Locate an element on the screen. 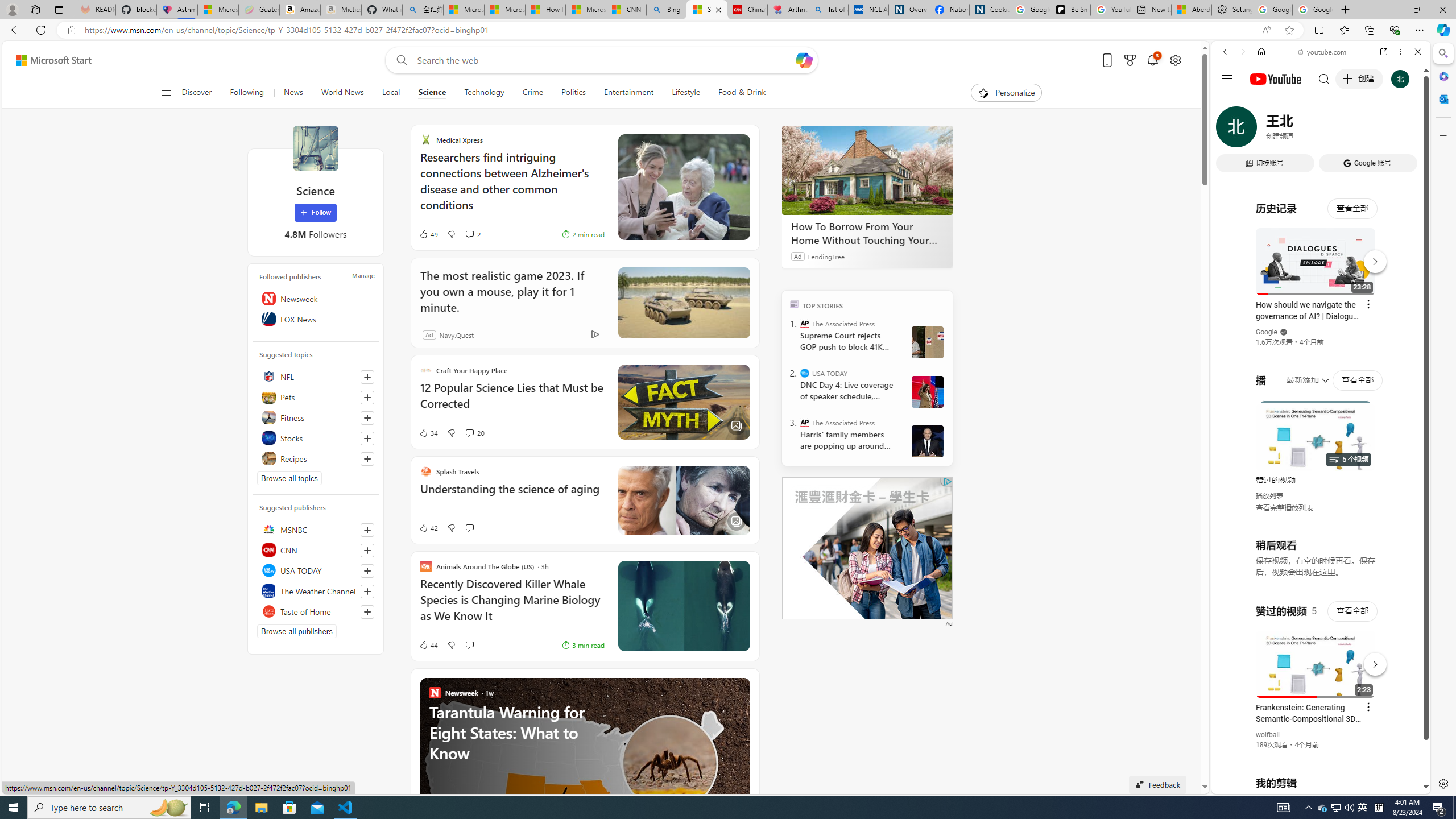 The image size is (1456, 819). 'Search Filter, IMAGES' is located at coordinates (1262, 129).